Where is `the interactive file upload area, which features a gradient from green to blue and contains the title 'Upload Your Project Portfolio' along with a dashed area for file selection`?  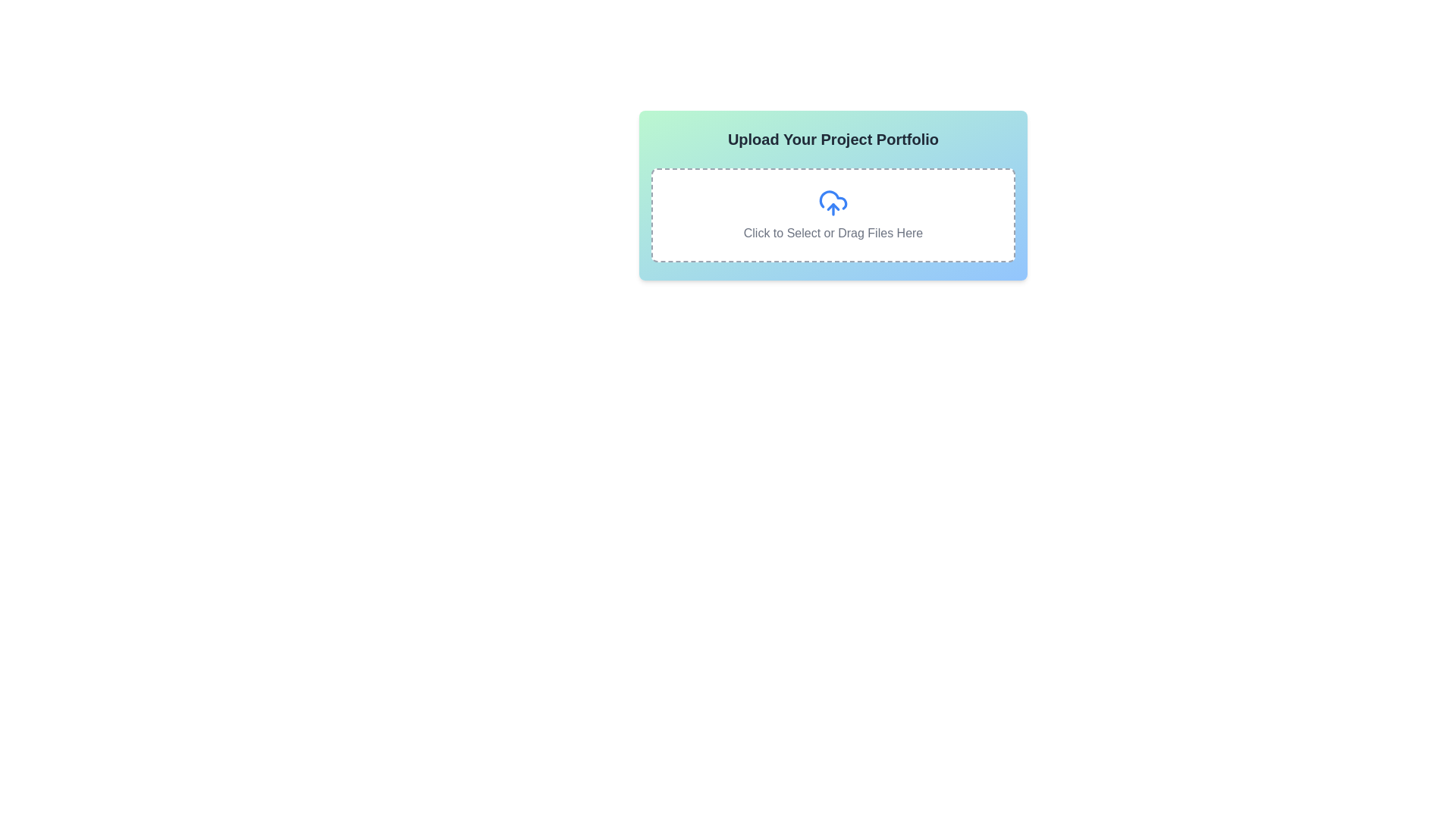
the interactive file upload area, which features a gradient from green to blue and contains the title 'Upload Your Project Portfolio' along with a dashed area for file selection is located at coordinates (833, 195).